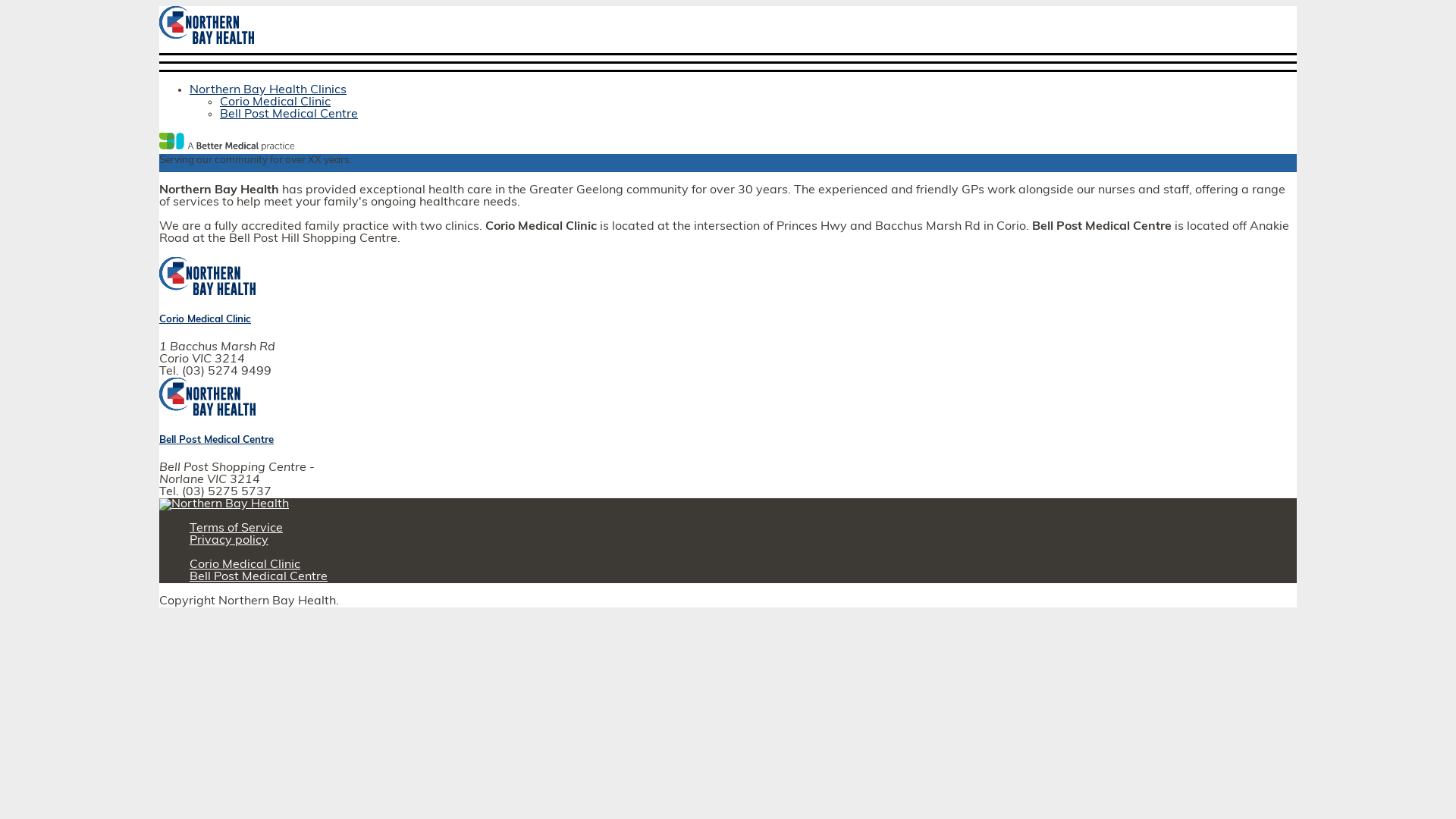 The image size is (1456, 819). What do you see at coordinates (204, 318) in the screenshot?
I see `'Corio Medical Clinic'` at bounding box center [204, 318].